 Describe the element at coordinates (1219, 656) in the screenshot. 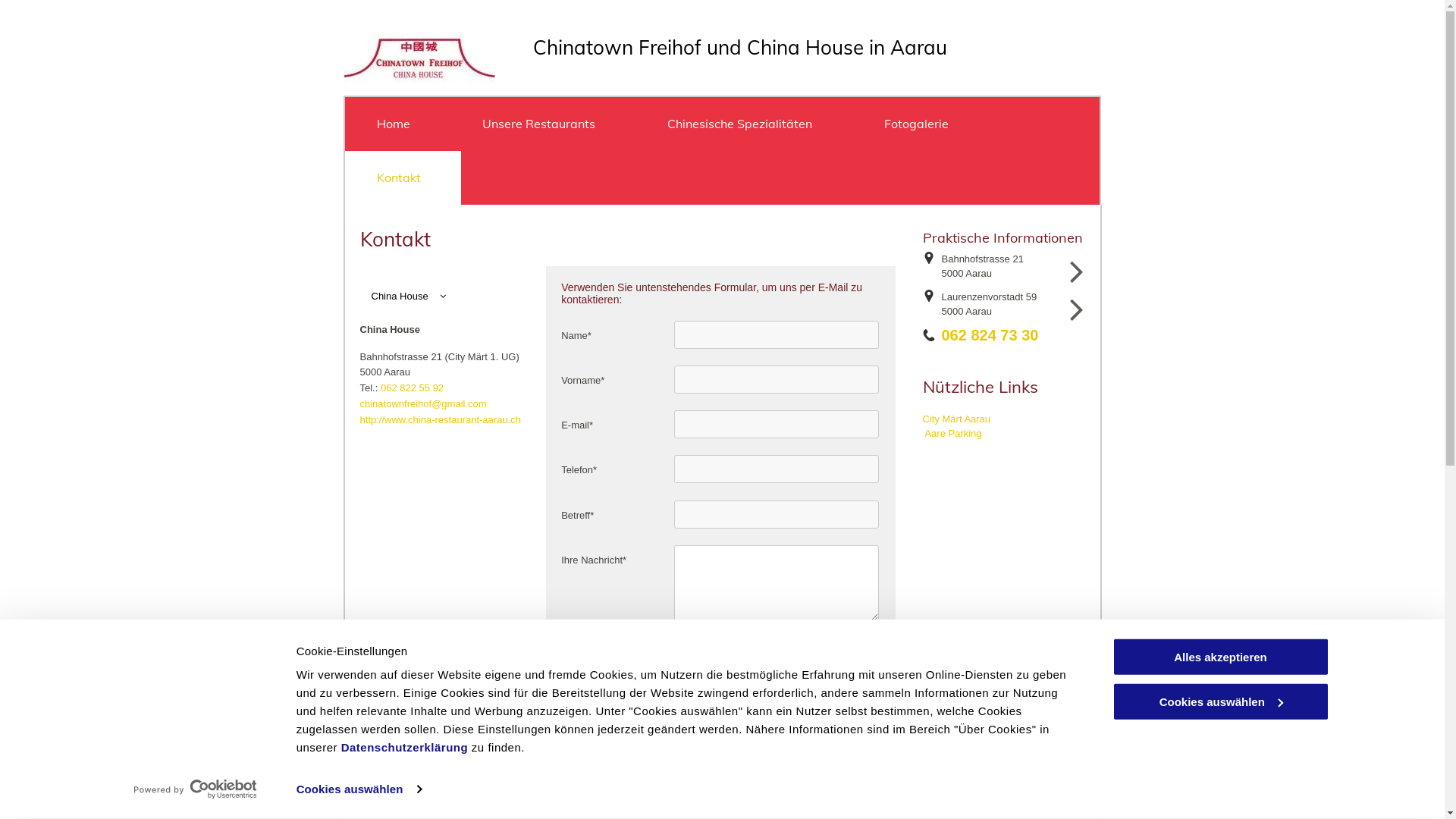

I see `'Alles akzeptieren'` at that location.